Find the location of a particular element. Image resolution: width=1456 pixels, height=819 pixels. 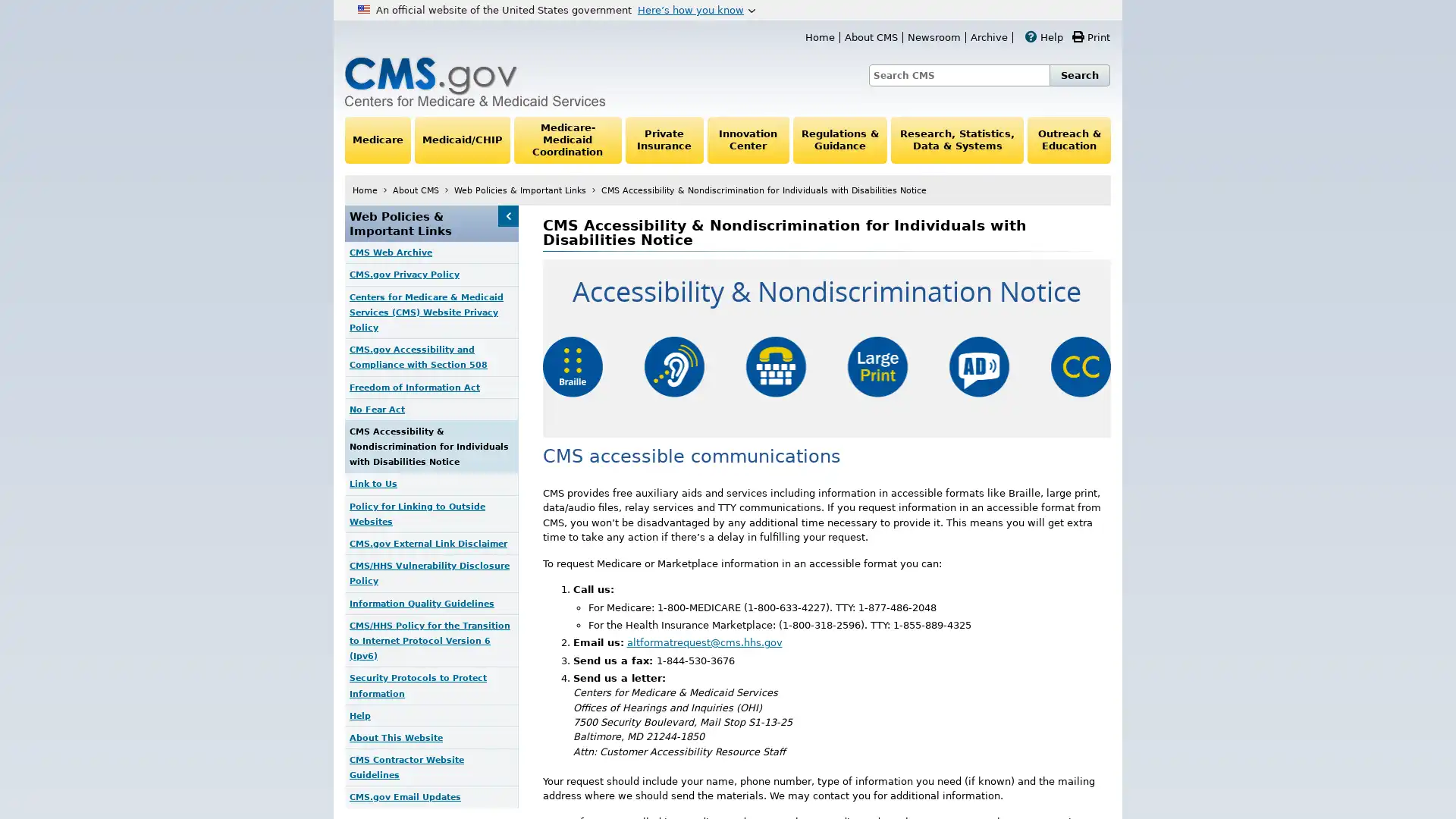

Search is located at coordinates (1079, 75).